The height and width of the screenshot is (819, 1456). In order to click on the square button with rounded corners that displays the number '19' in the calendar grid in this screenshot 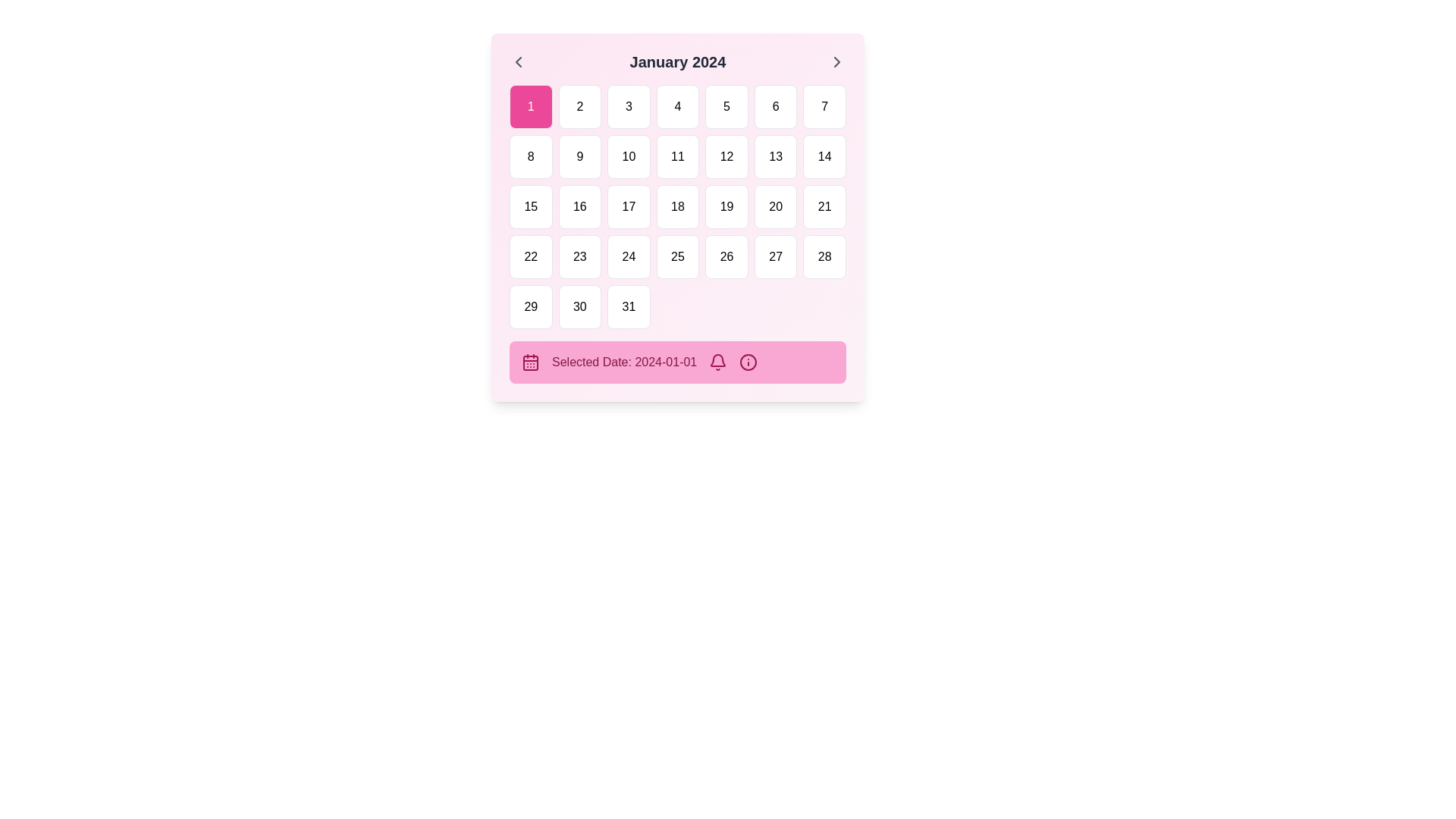, I will do `click(726, 207)`.